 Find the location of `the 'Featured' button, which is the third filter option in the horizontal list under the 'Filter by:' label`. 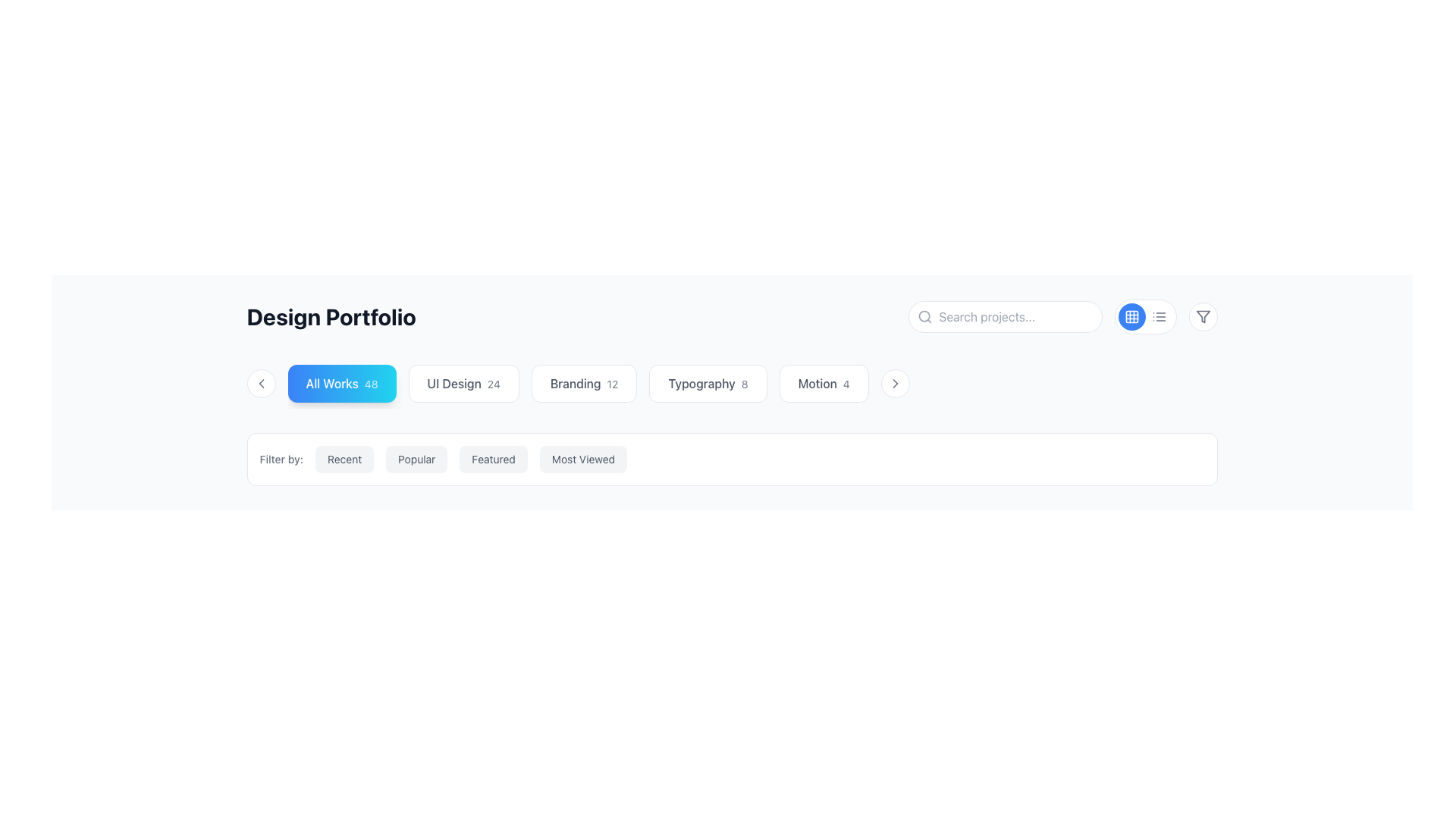

the 'Featured' button, which is the third filter option in the horizontal list under the 'Filter by:' label is located at coordinates (494, 458).